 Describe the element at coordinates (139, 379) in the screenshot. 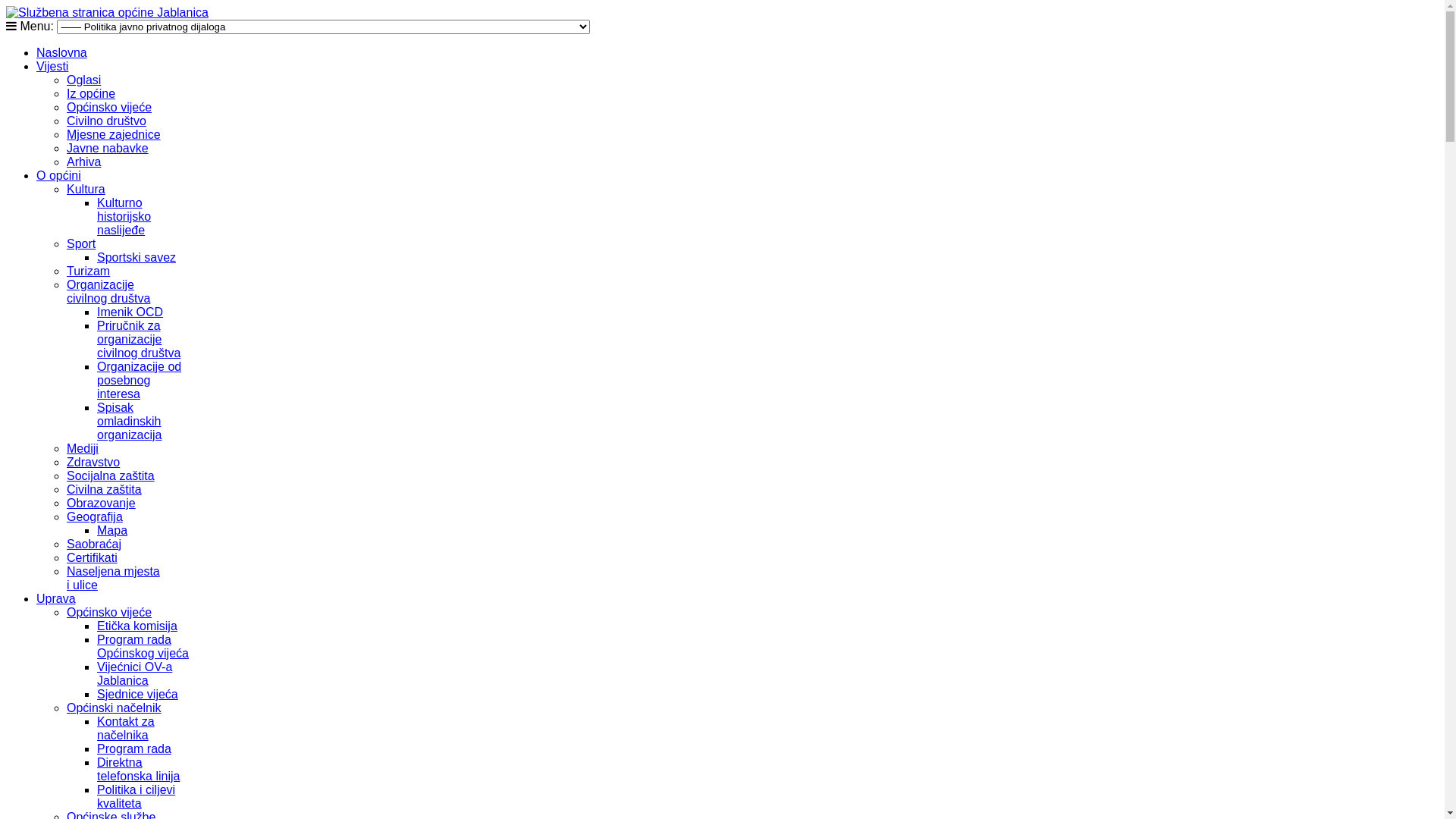

I see `'Organizacije od posebnog interesa'` at that location.